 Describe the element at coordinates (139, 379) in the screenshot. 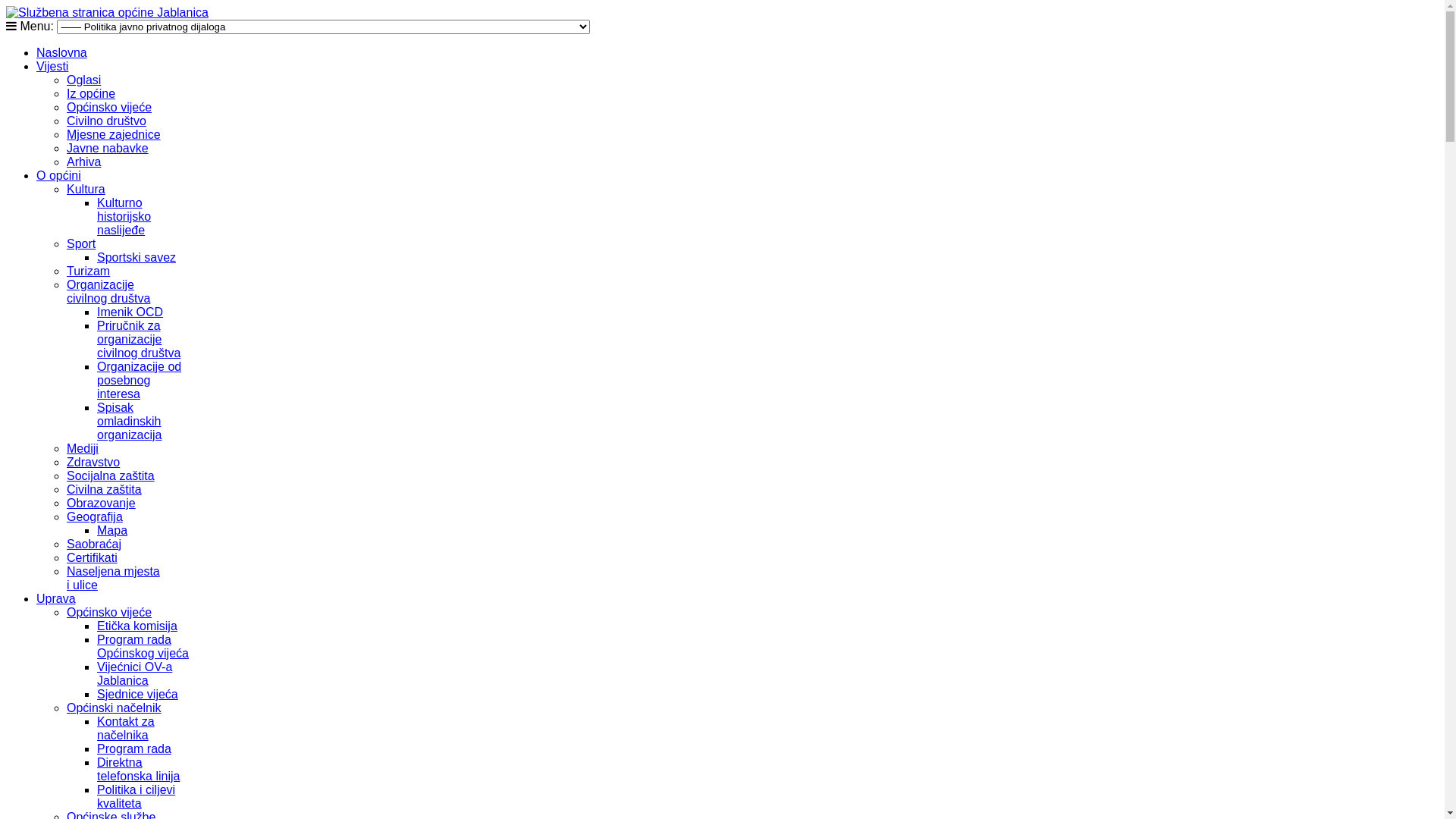

I see `'Organizacije od posebnog interesa'` at that location.